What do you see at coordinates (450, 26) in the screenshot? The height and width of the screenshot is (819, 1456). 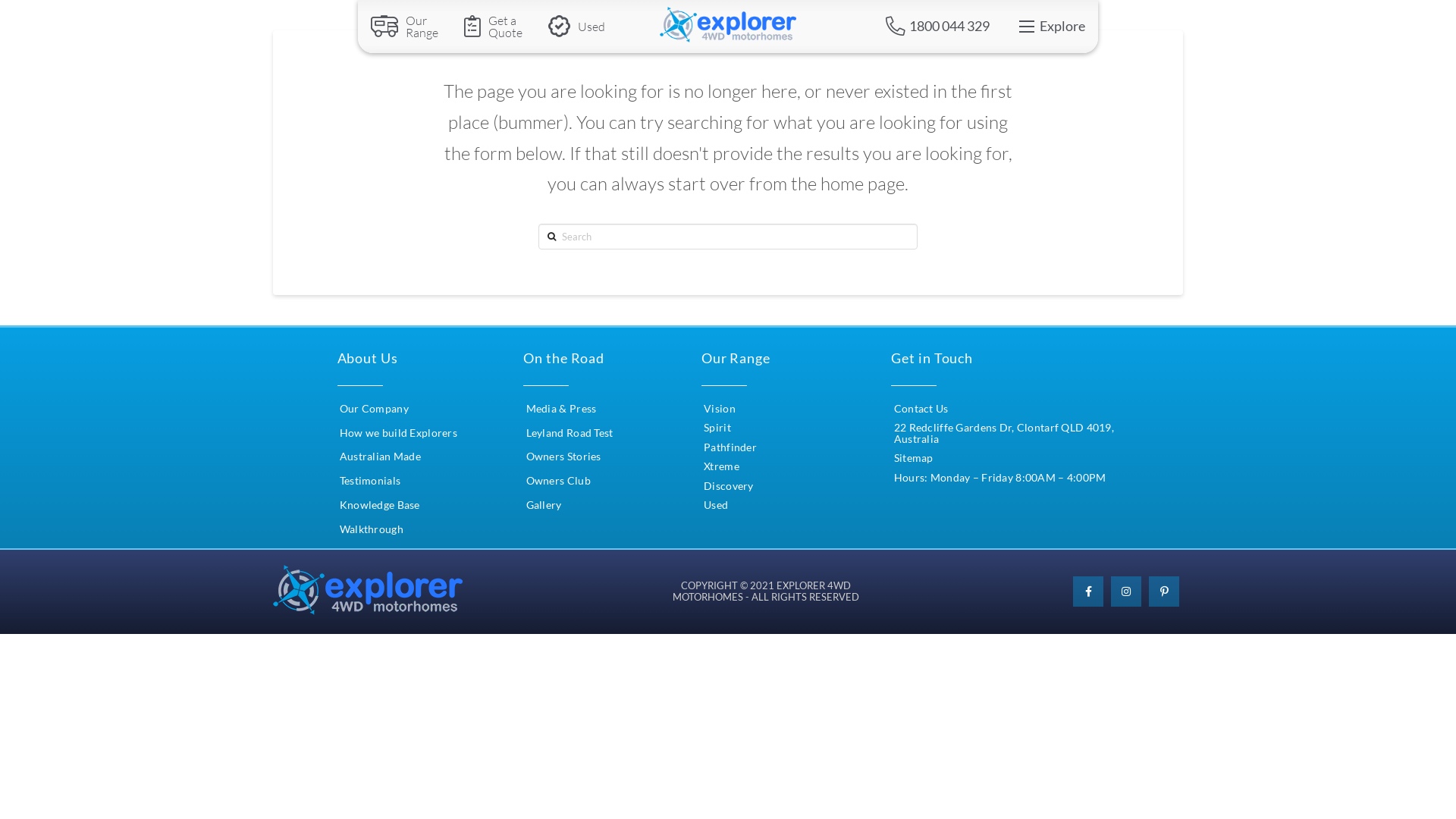 I see `'Get a` at bounding box center [450, 26].